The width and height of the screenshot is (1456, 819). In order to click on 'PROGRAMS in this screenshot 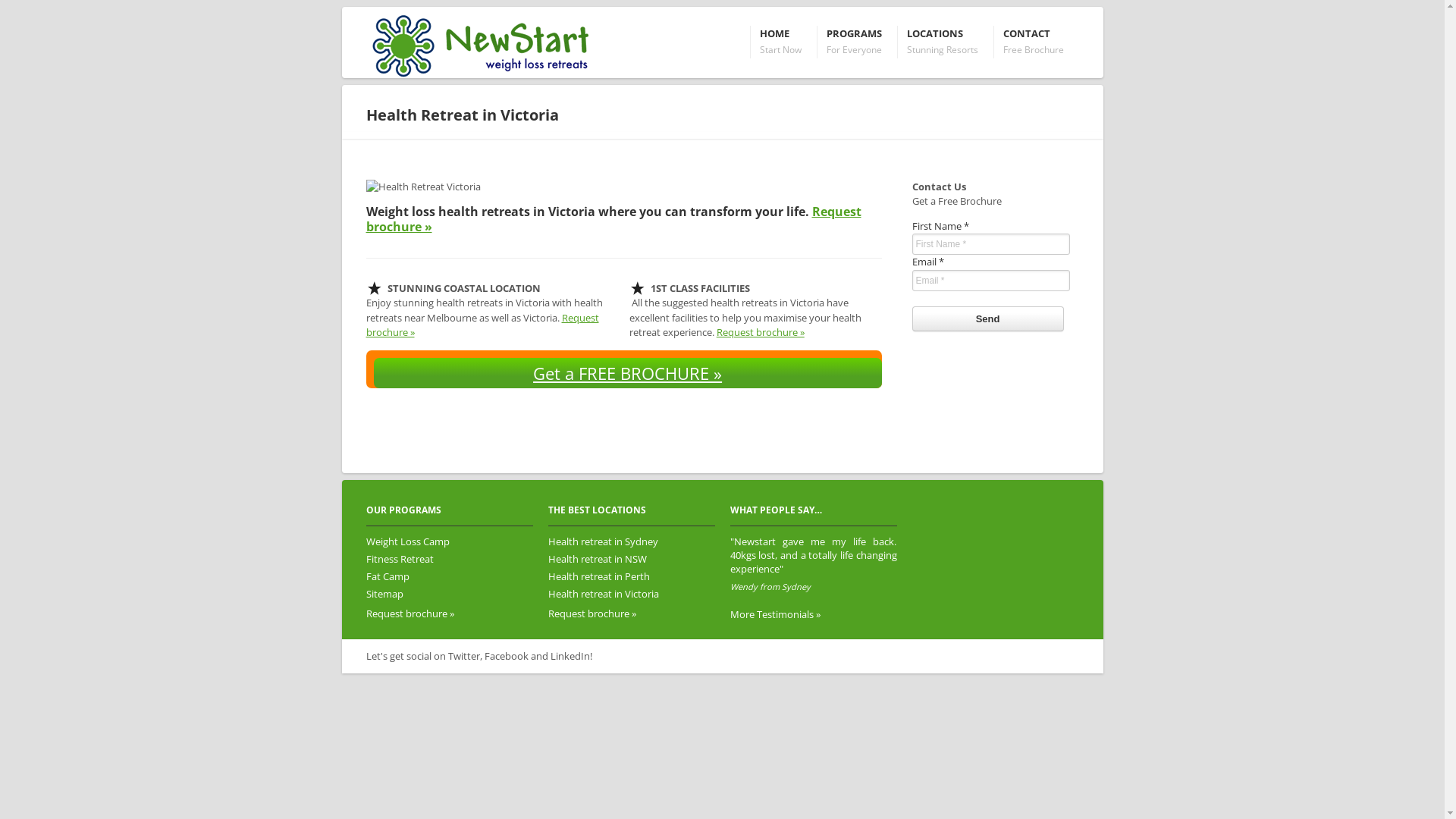, I will do `click(853, 41)`.